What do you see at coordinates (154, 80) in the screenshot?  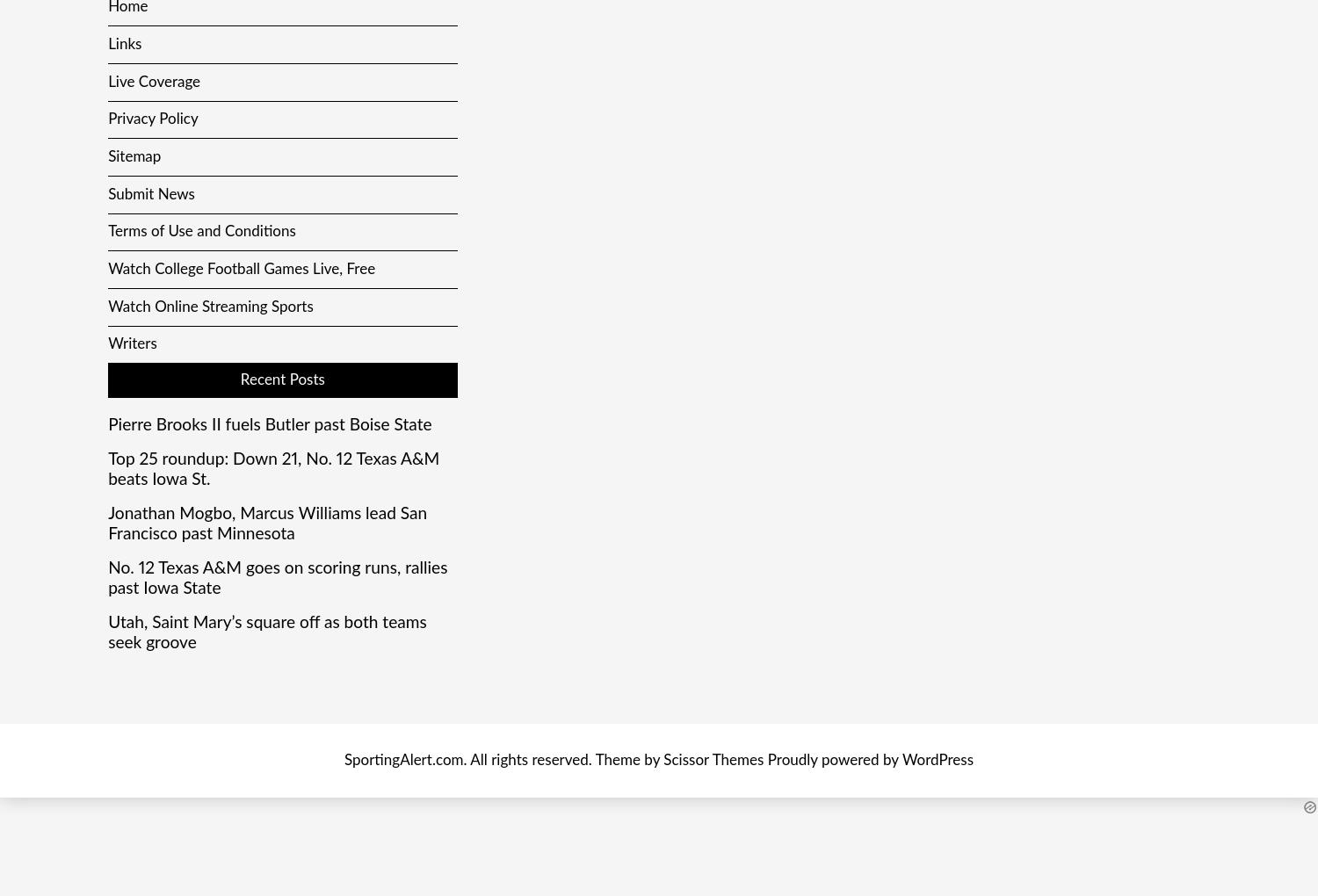 I see `'Live Coverage'` at bounding box center [154, 80].